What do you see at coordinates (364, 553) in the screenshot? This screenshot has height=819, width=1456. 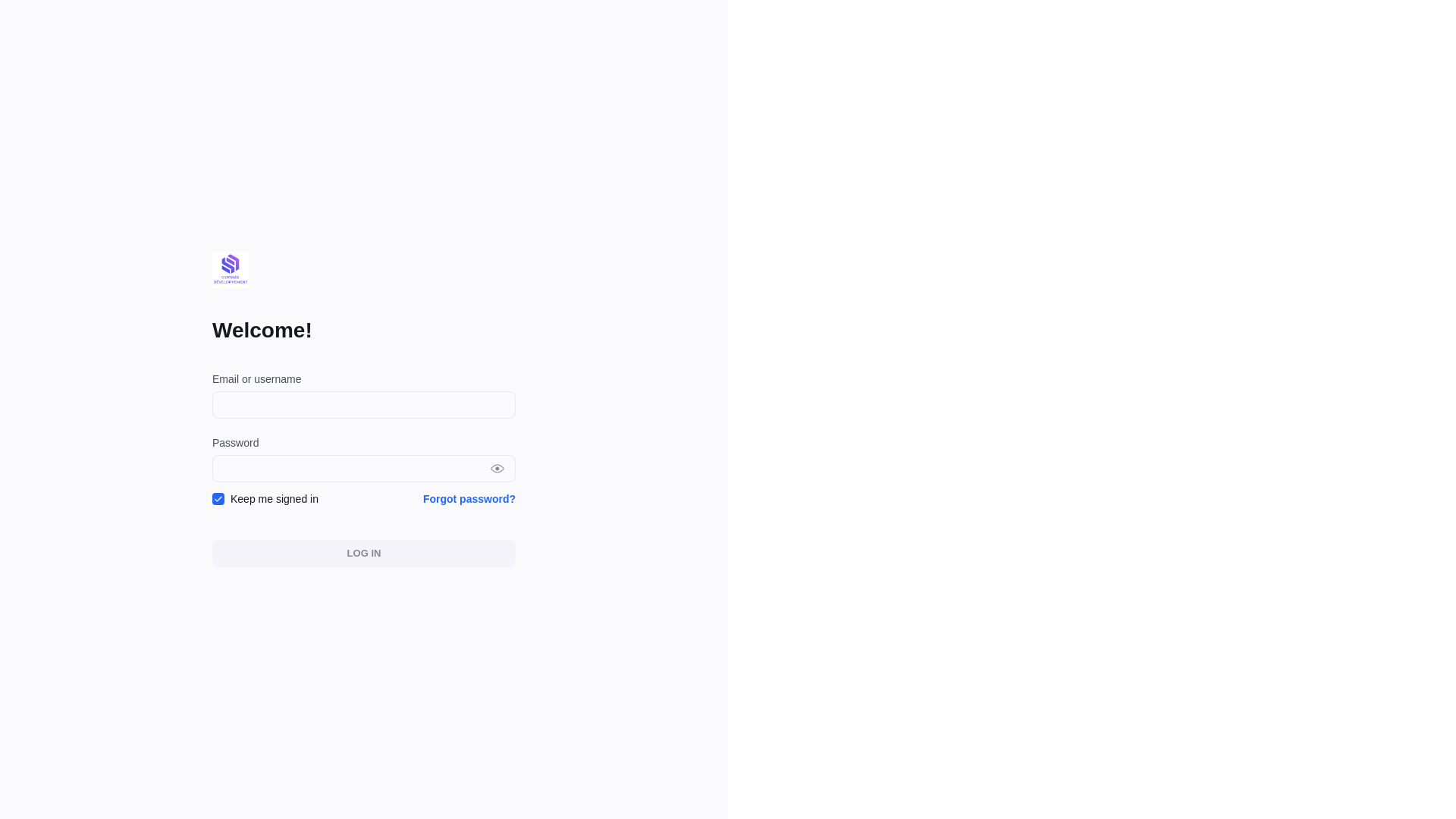 I see `'LOG IN'` at bounding box center [364, 553].